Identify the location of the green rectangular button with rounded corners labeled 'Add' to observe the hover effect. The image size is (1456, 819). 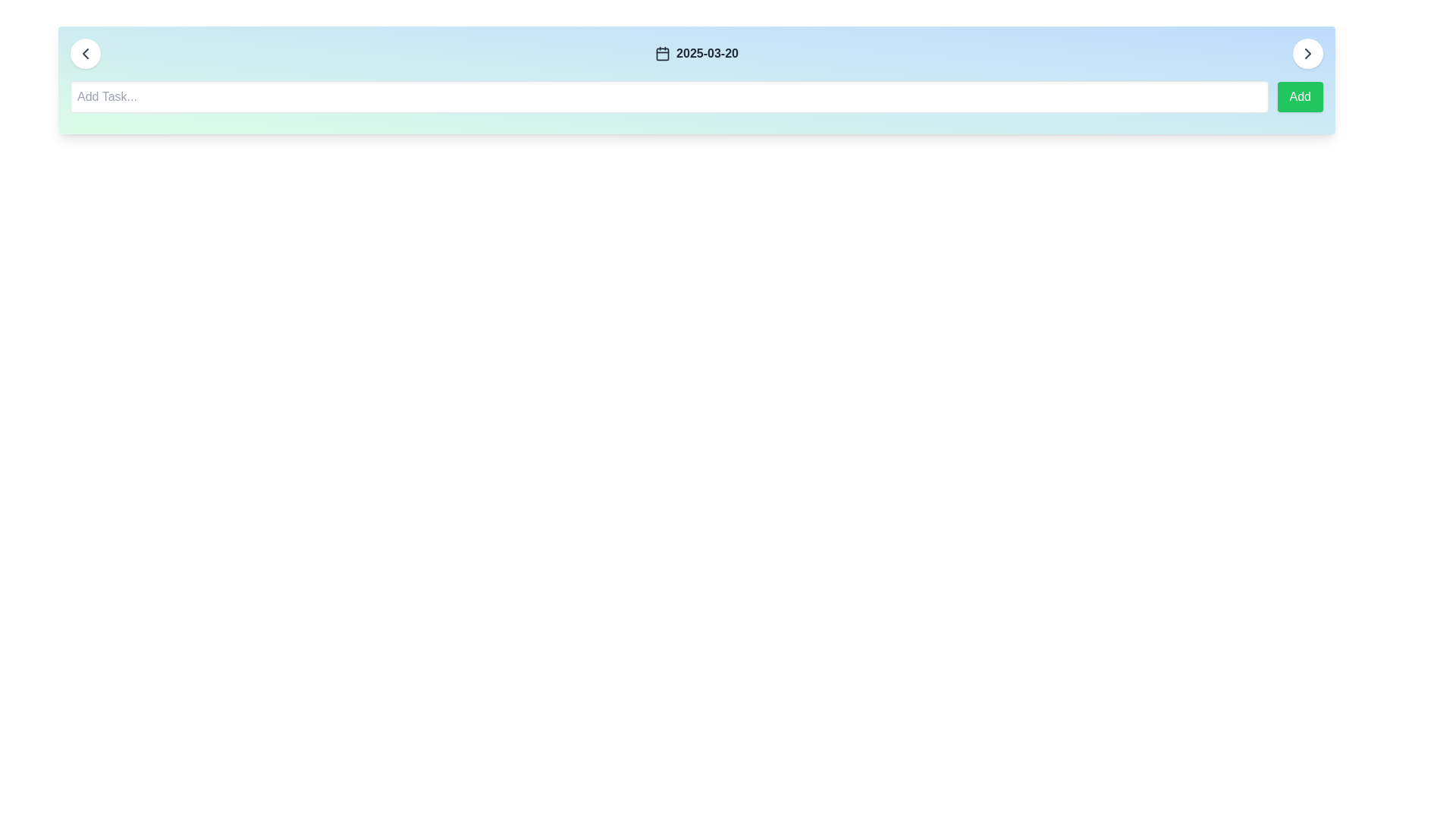
(1299, 96).